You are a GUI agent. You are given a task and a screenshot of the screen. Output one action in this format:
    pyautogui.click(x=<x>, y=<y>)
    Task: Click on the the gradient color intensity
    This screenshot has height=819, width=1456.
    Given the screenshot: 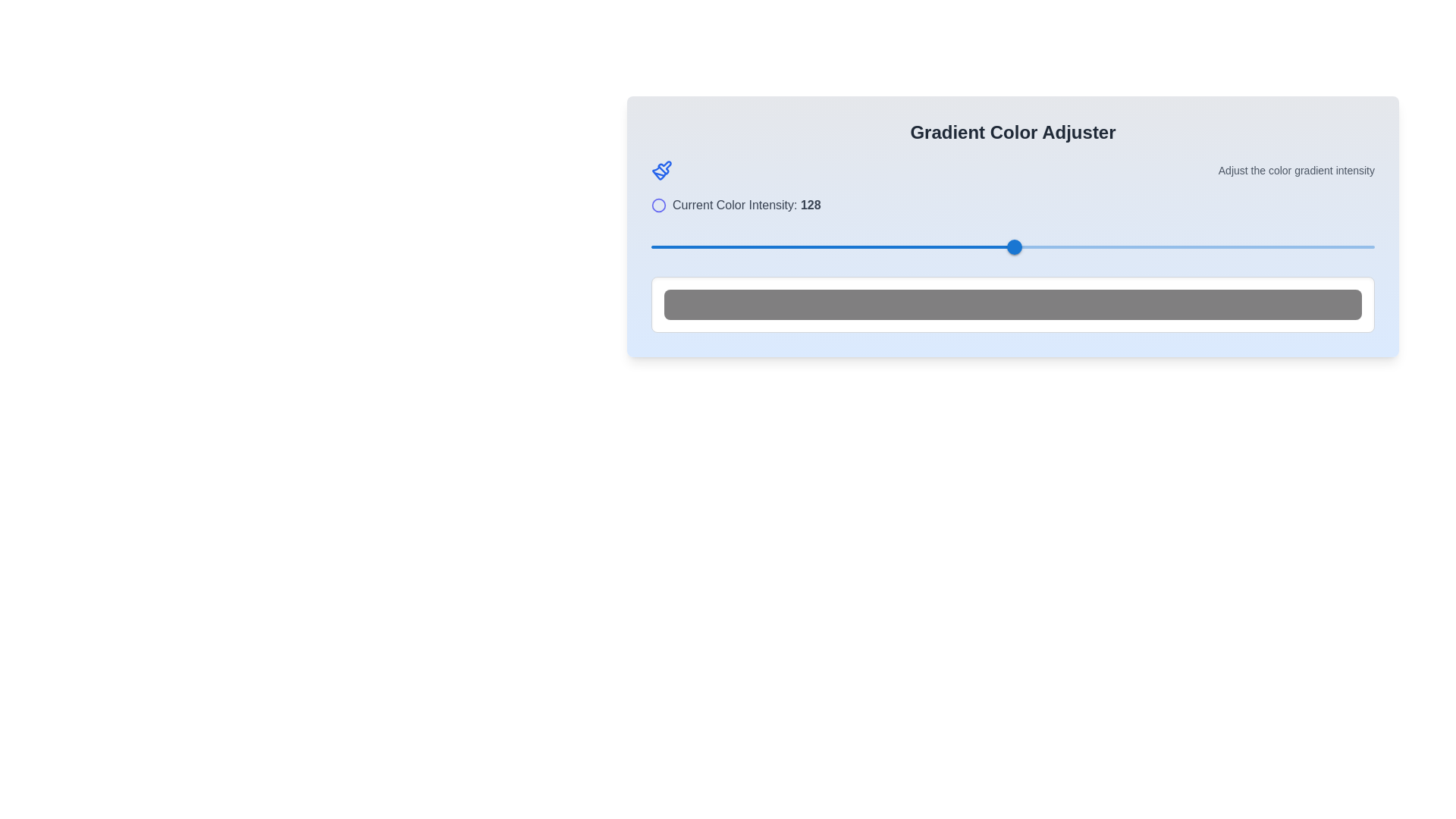 What is the action you would take?
    pyautogui.click(x=782, y=246)
    